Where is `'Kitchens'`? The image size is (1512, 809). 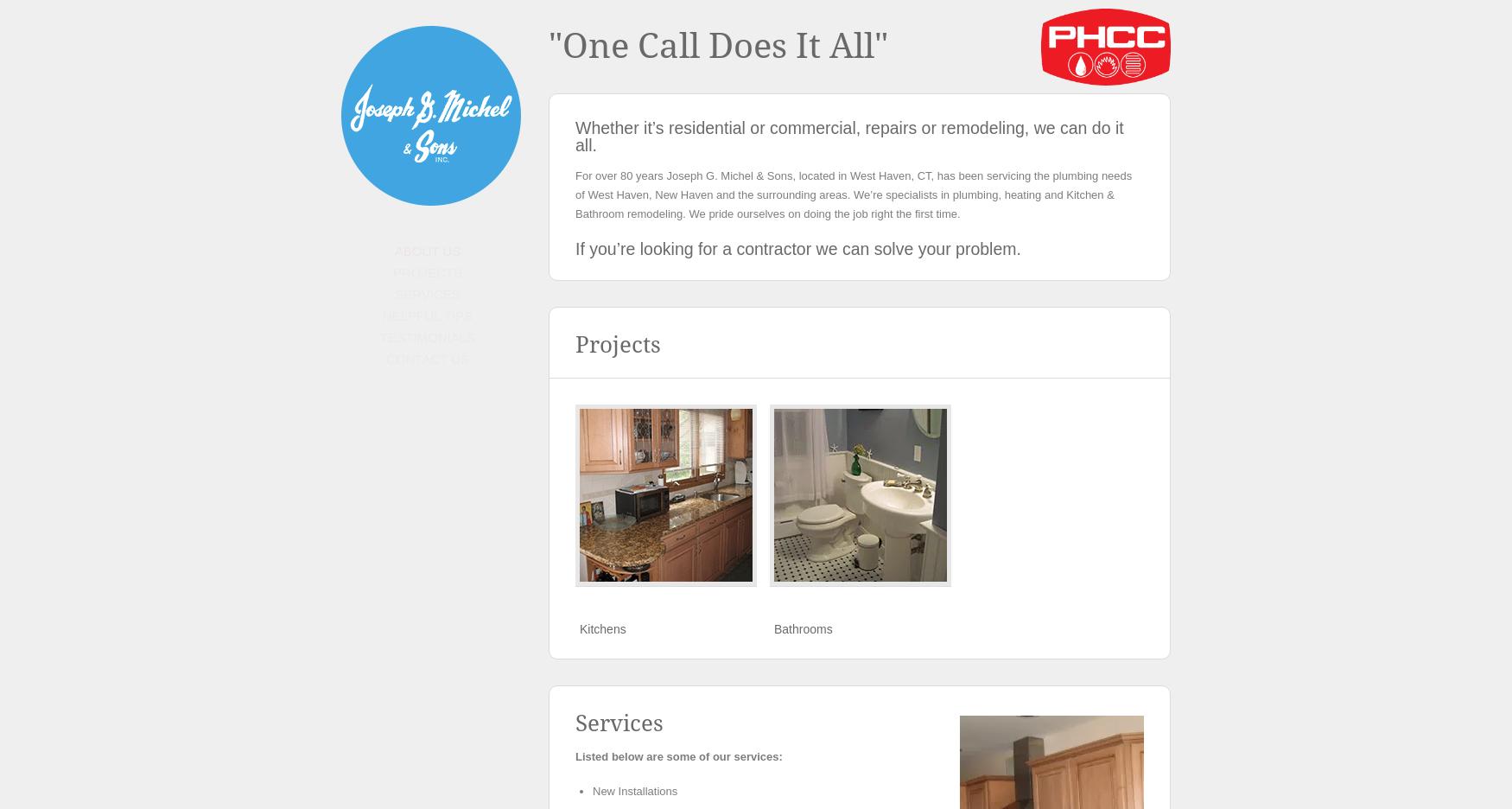 'Kitchens' is located at coordinates (602, 627).